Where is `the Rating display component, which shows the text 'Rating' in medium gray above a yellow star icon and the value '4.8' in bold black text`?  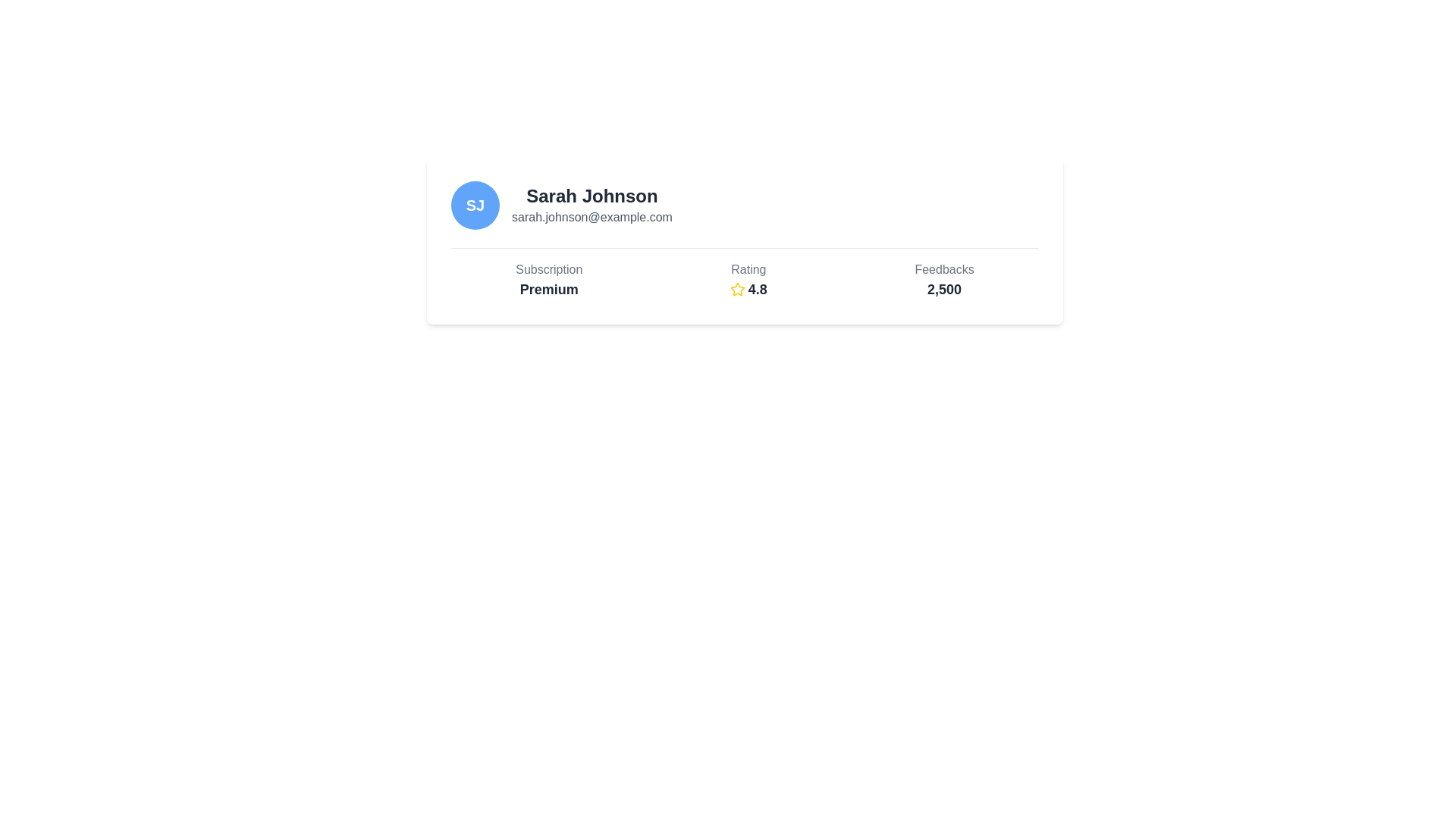 the Rating display component, which shows the text 'Rating' in medium gray above a yellow star icon and the value '4.8' in bold black text is located at coordinates (748, 281).